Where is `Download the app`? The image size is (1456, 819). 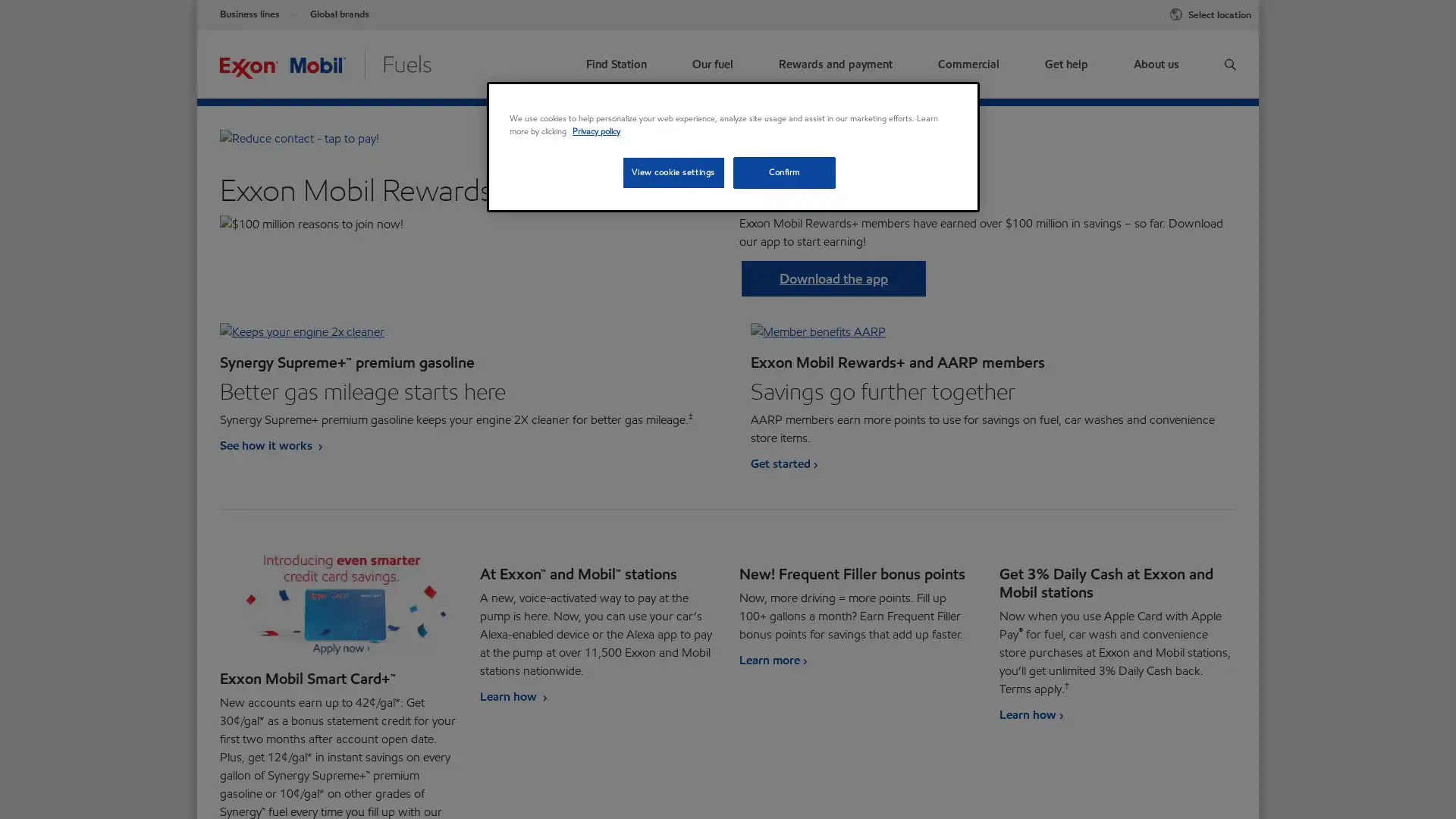 Download the app is located at coordinates (833, 319).